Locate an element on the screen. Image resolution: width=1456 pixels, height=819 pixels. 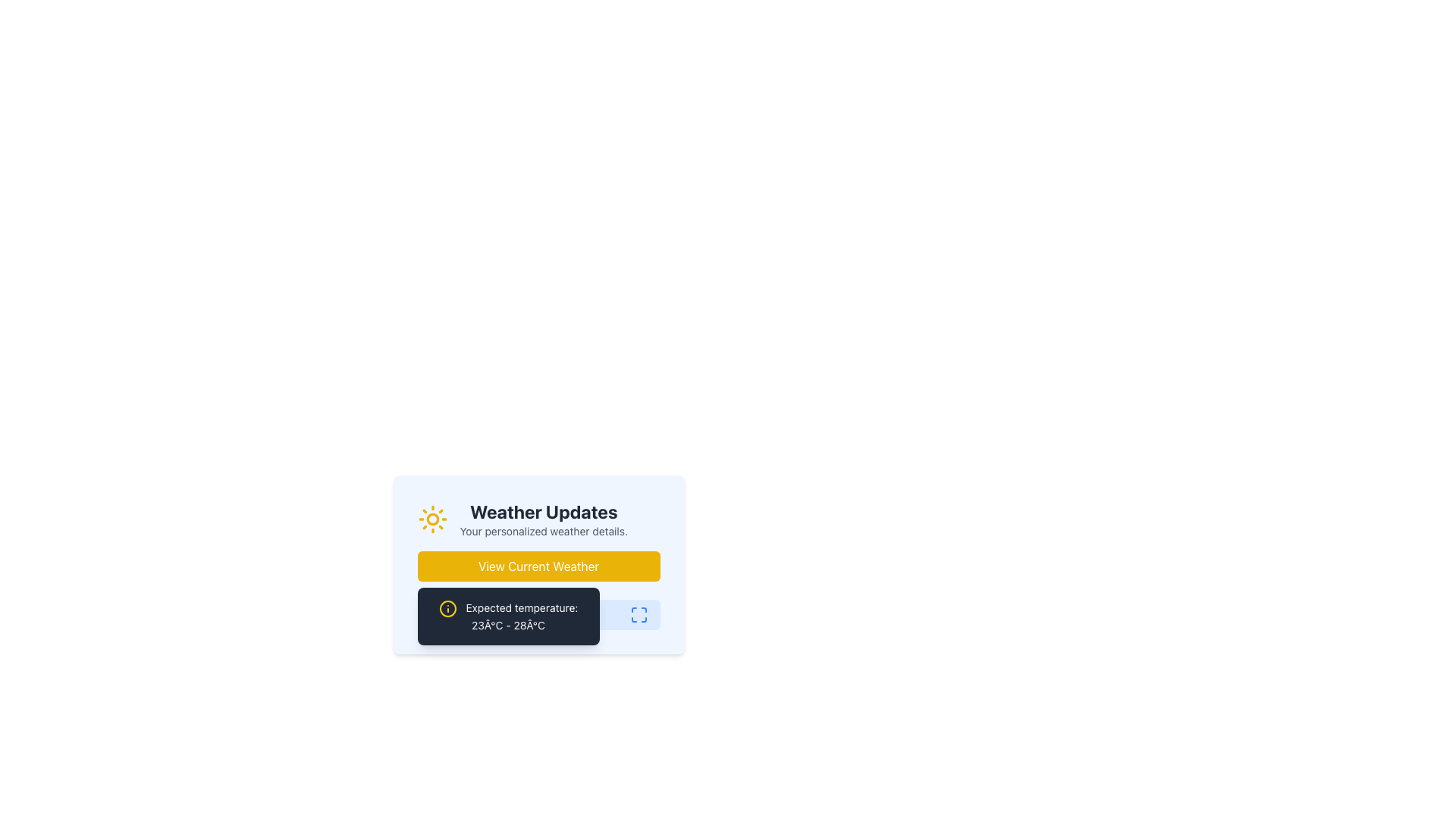
the informational box that displays the expected temperature range, located below the 'View Current Weather' button is located at coordinates (538, 631).